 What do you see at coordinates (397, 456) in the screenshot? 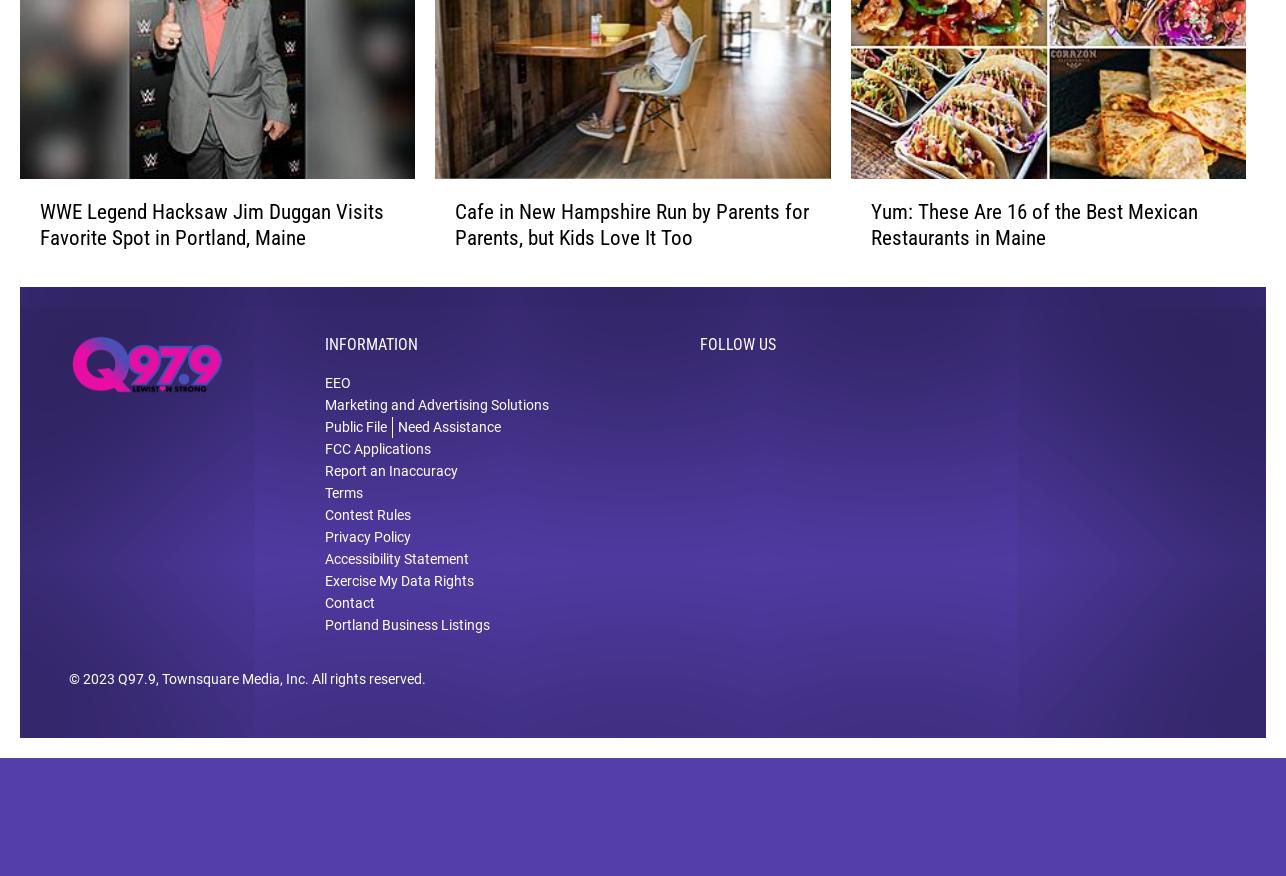
I see `'Need Assistance'` at bounding box center [397, 456].